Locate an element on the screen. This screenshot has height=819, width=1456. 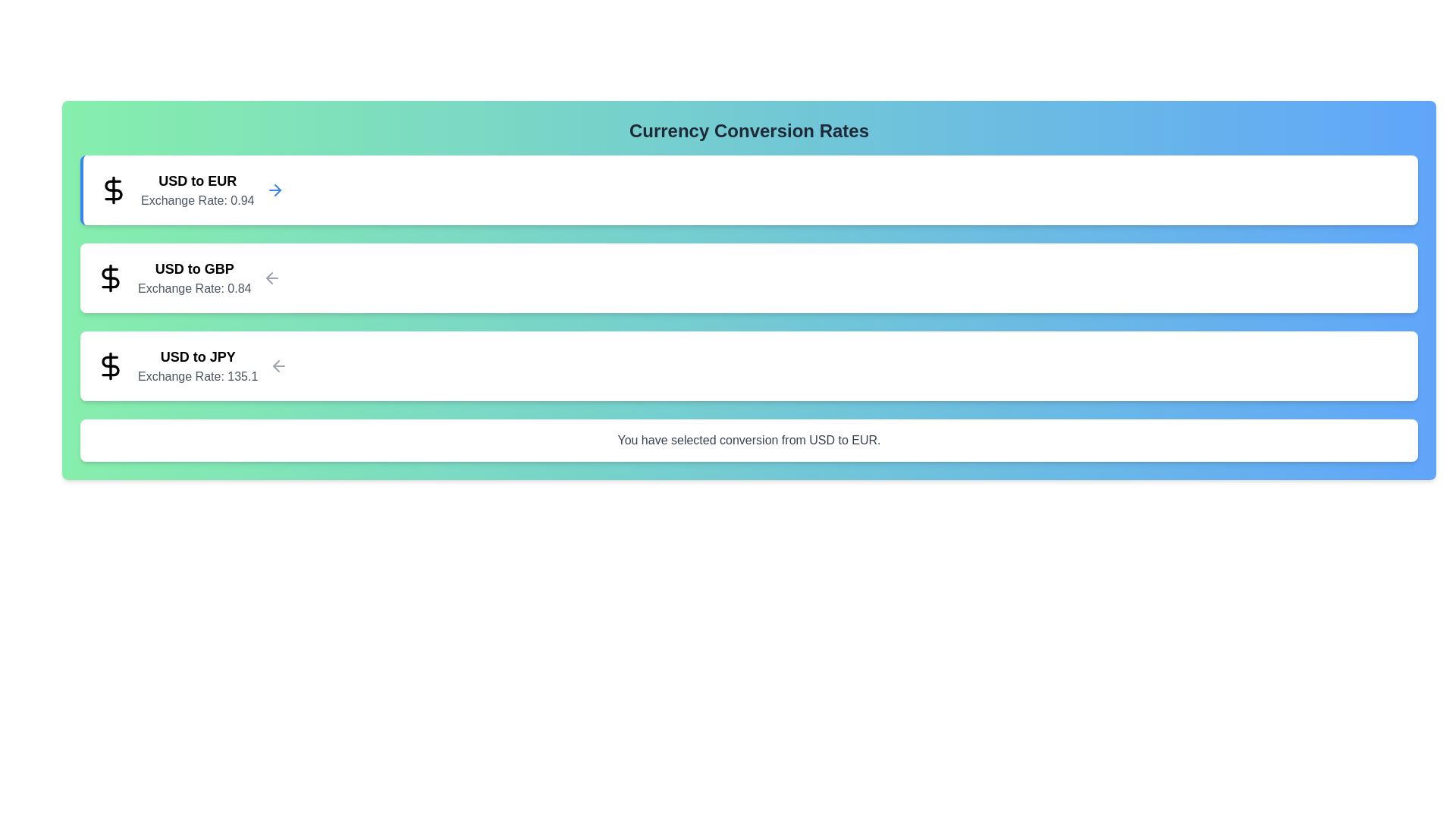
the arrow icon located at the far-right end of the 'USD to EUR' row is located at coordinates (275, 189).